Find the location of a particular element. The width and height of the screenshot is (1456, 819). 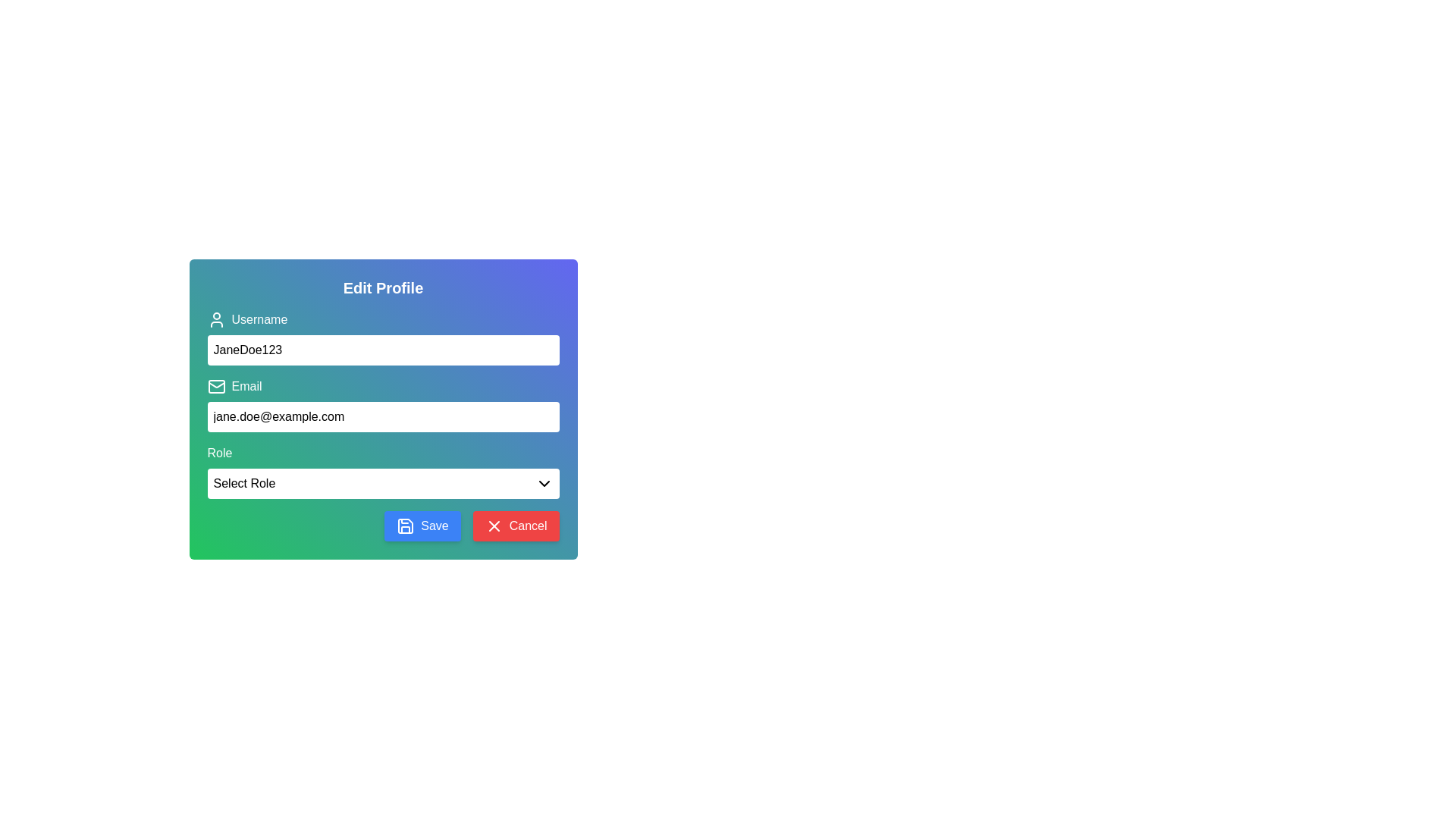

the icon that visually indicates the 'Username' field, located in the 'Edit Profile' section, adjacent to the 'Username' input field is located at coordinates (215, 318).